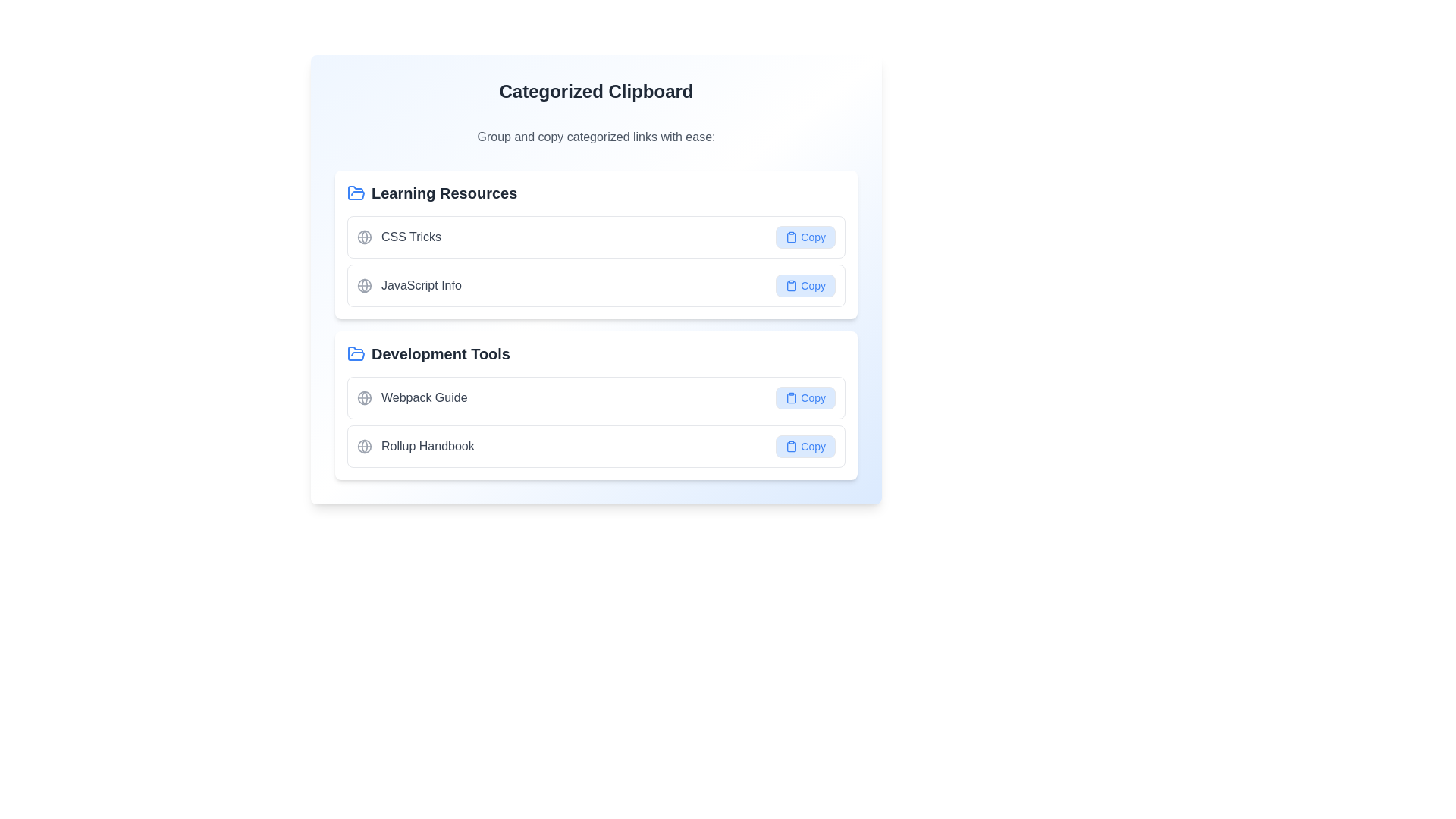 The image size is (1456, 819). What do you see at coordinates (356, 353) in the screenshot?
I see `the graphical icon part representing the 'Development Tools' category within the 'Categorized Clipboard' section` at bounding box center [356, 353].